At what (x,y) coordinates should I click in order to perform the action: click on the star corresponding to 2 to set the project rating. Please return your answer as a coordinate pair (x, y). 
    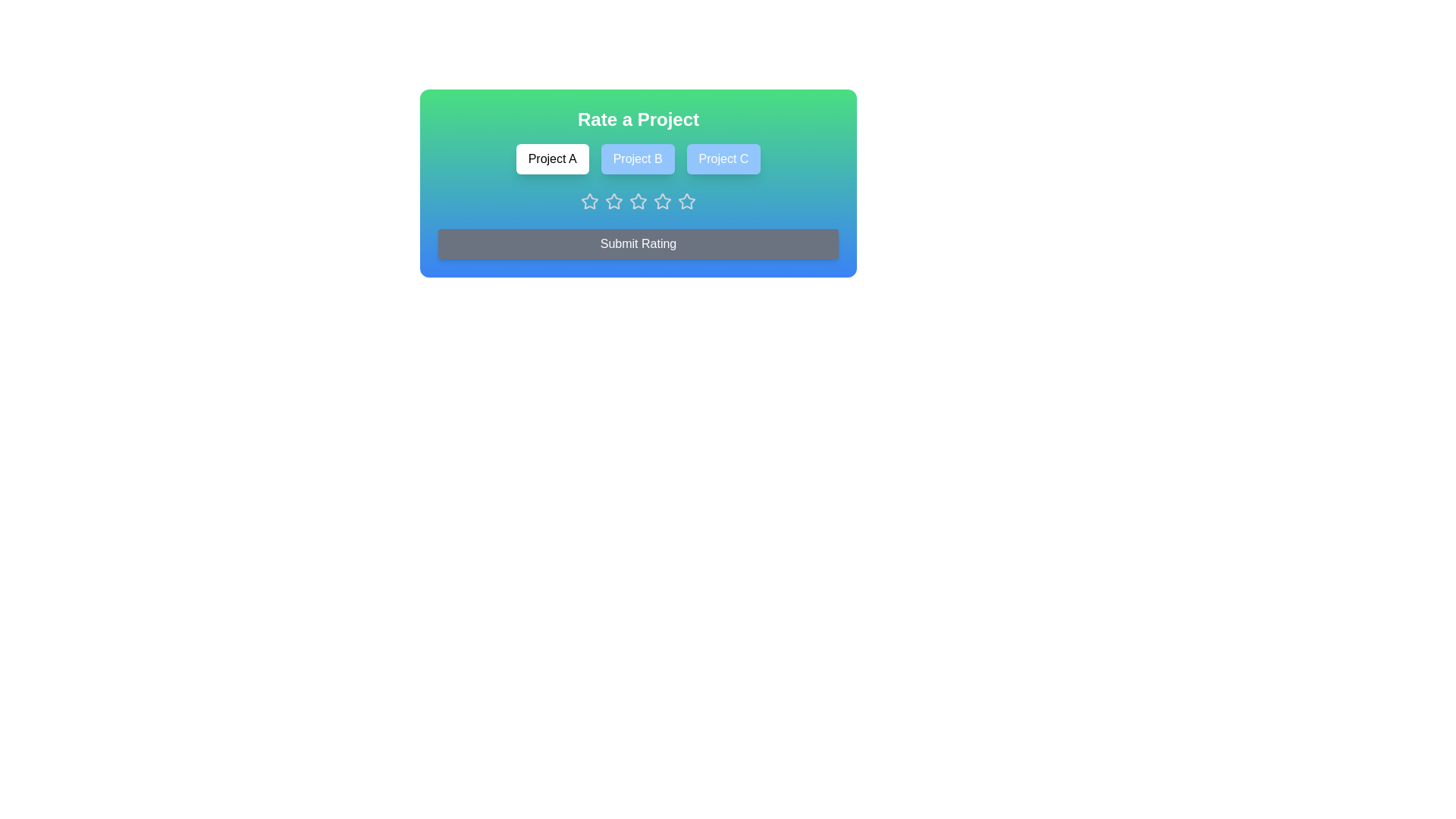
    Looking at the image, I should click on (614, 201).